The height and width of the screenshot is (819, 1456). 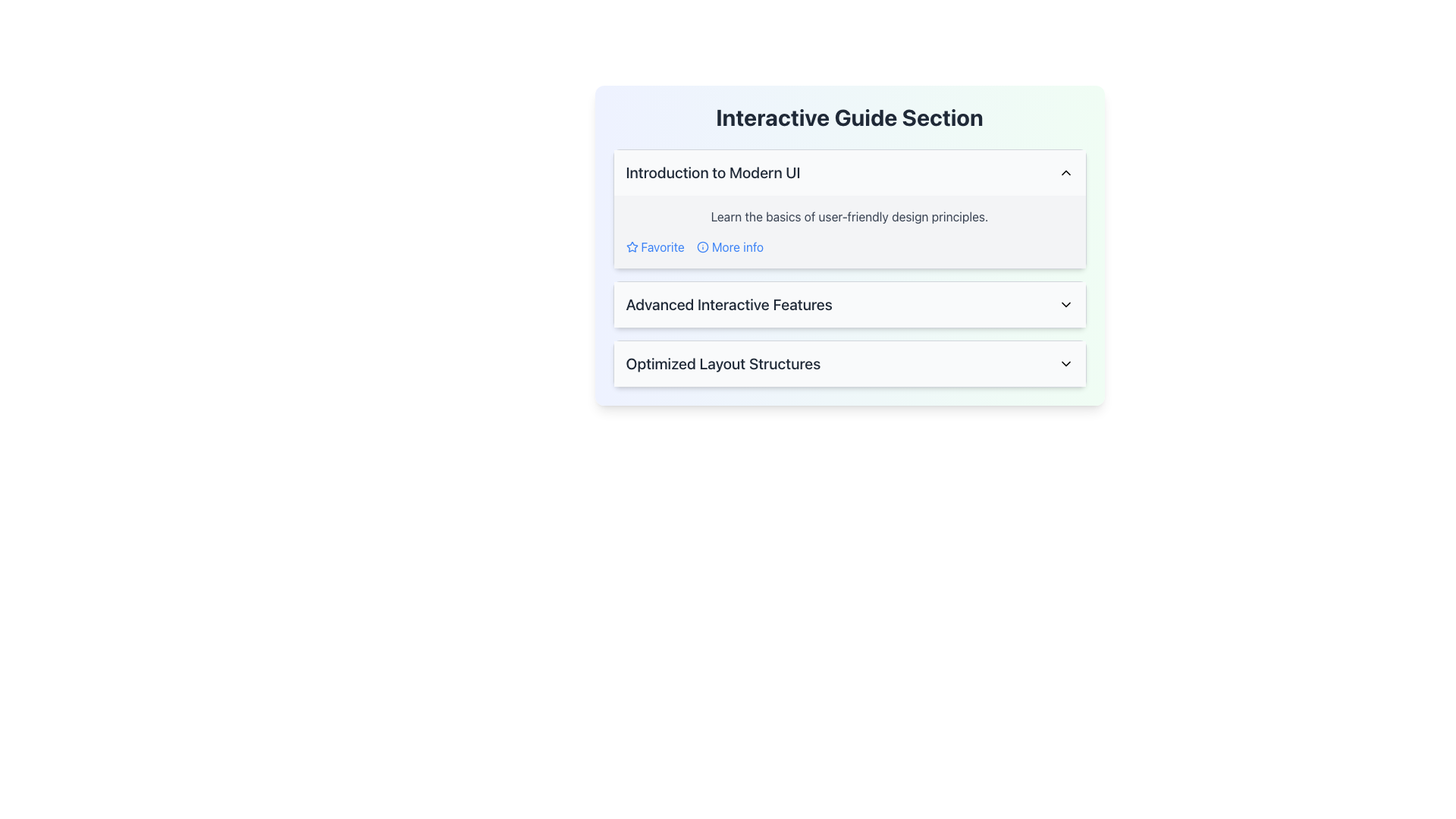 What do you see at coordinates (701, 246) in the screenshot?
I see `the SVG graphic element (circle) that appears to the right of the 'Favorite' text and just before the 'More info' link in the first expandable section titled 'Introduction to Modern UI'` at bounding box center [701, 246].